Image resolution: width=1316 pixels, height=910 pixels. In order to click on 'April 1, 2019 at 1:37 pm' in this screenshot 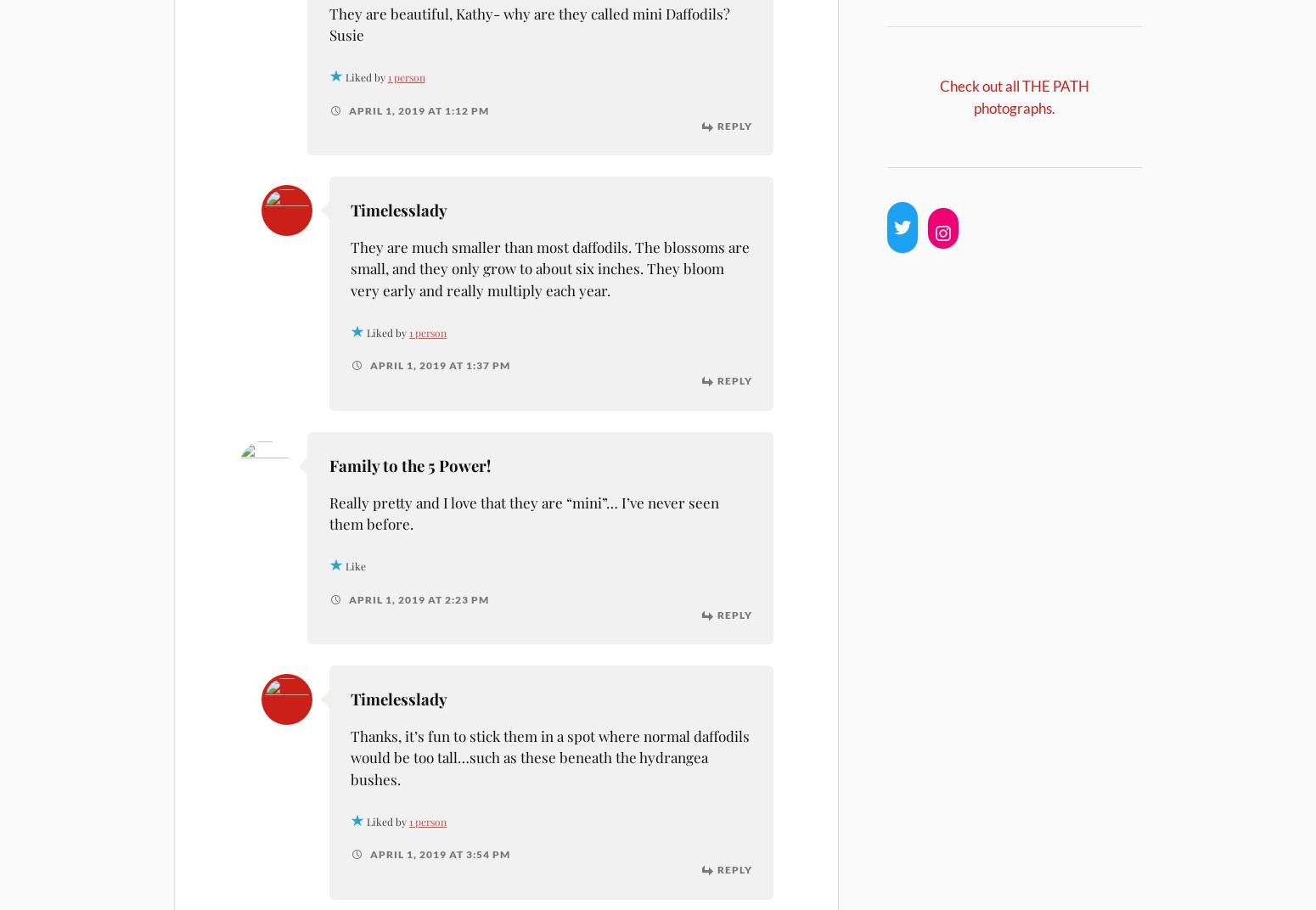, I will do `click(437, 364)`.